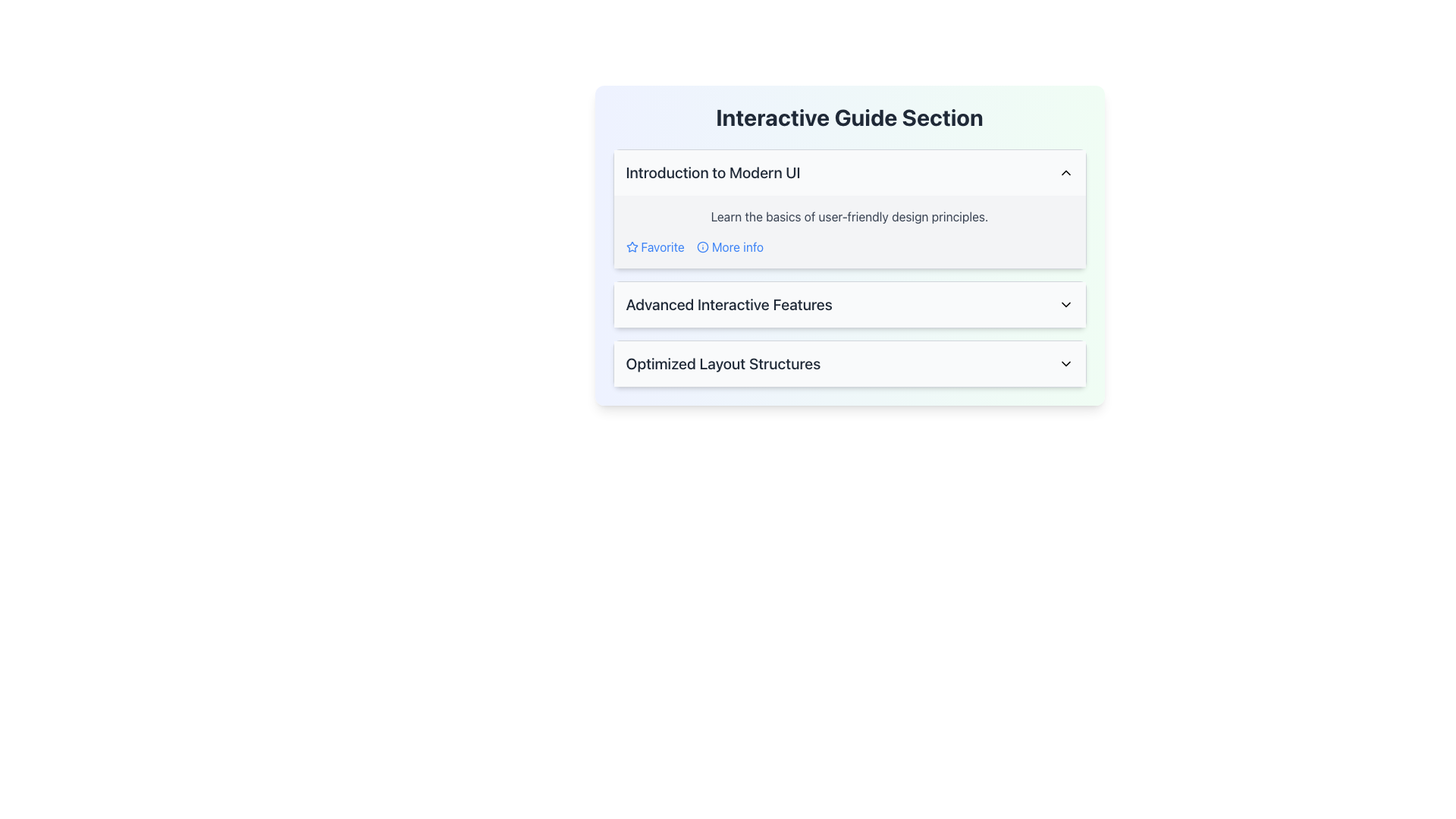 This screenshot has width=1456, height=819. Describe the element at coordinates (730, 246) in the screenshot. I see `the second hyperlink with icon, located to the right of the 'Favorite' link` at that location.